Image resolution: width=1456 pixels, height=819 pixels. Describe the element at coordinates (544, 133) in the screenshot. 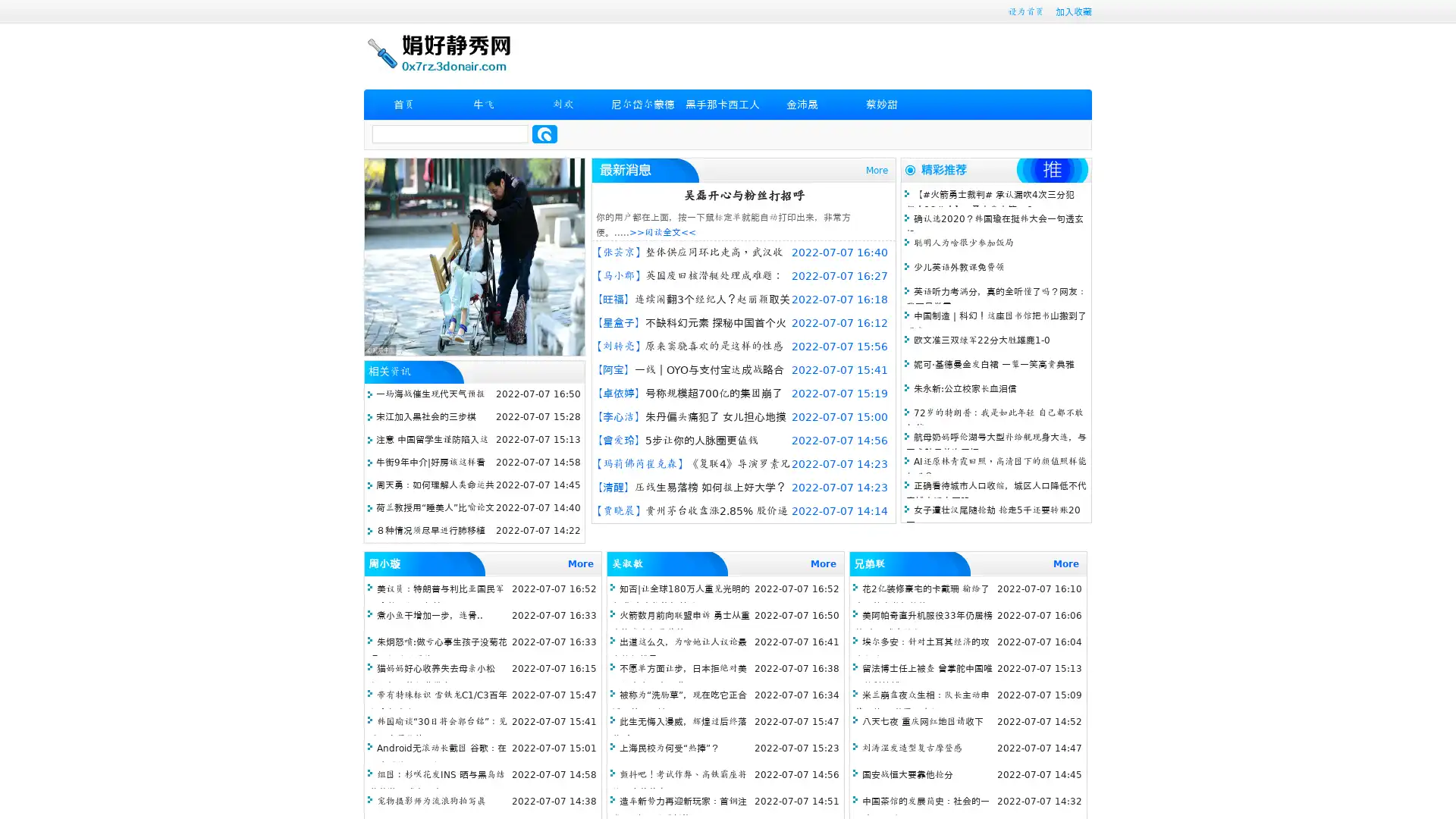

I see `Search` at that location.